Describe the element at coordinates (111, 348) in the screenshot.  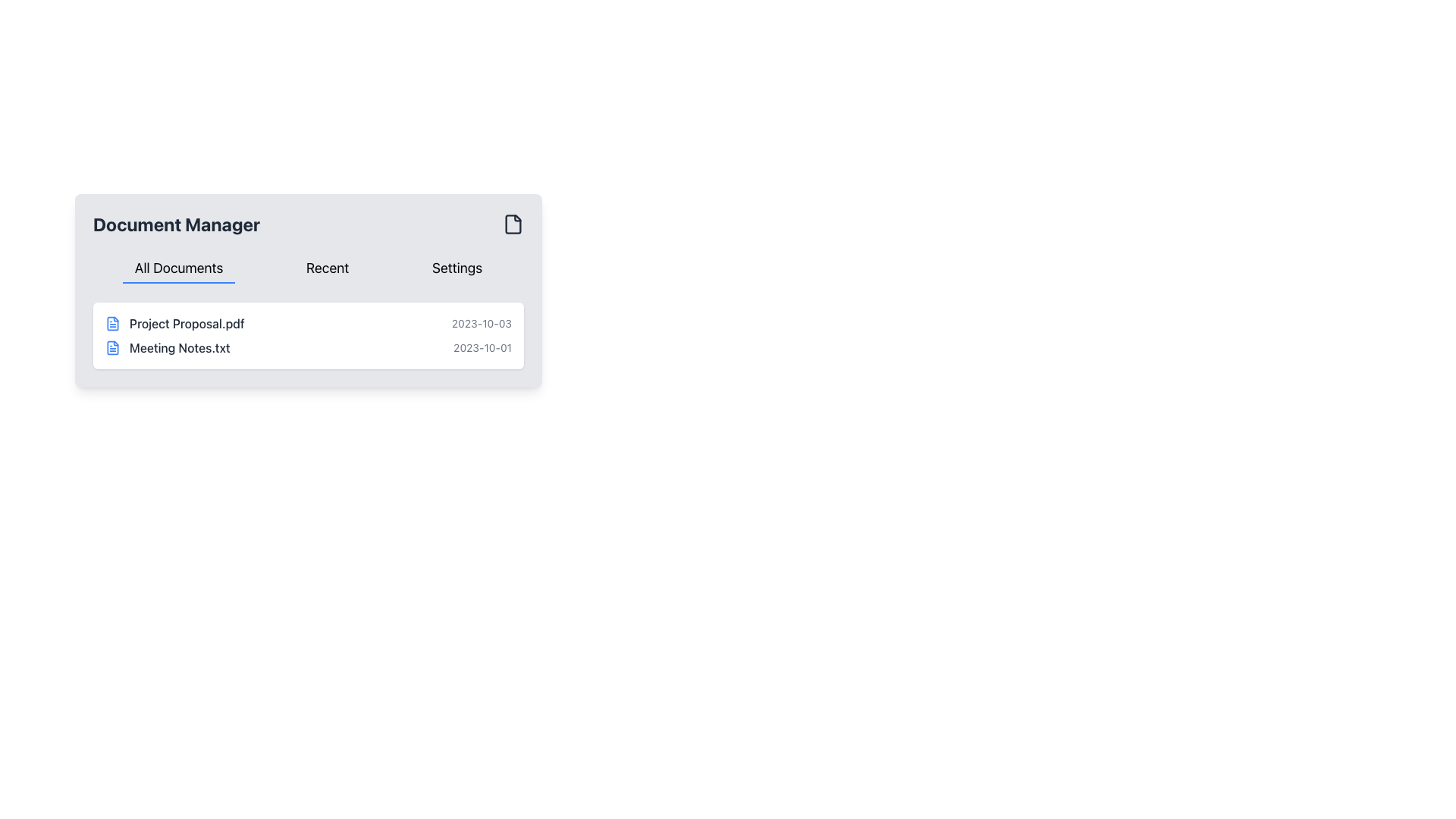
I see `the icon located to the immediate left of the text 'Meeting Notes.txt'` at that location.